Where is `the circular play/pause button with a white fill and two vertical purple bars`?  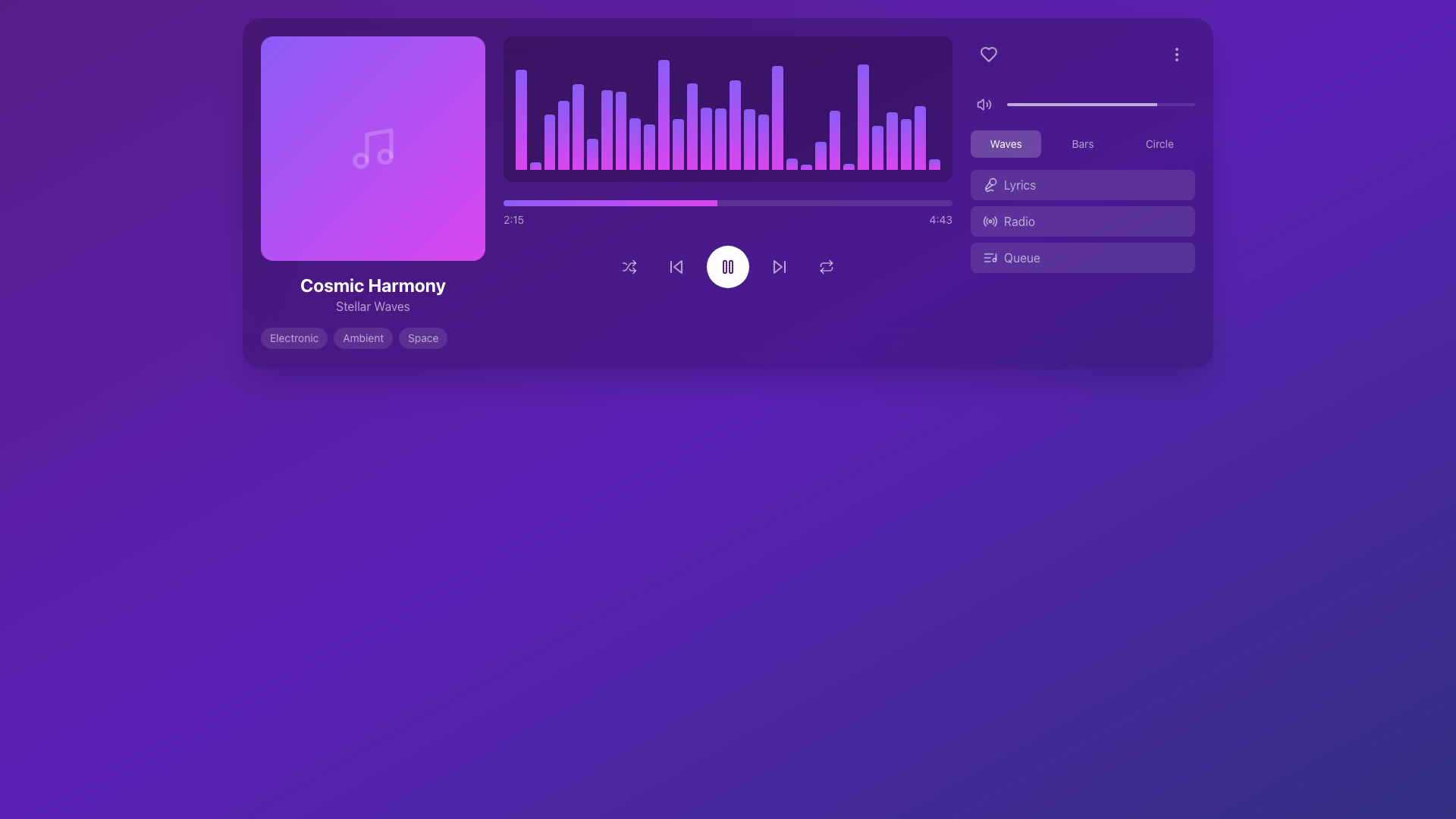
the circular play/pause button with a white fill and two vertical purple bars is located at coordinates (728, 265).